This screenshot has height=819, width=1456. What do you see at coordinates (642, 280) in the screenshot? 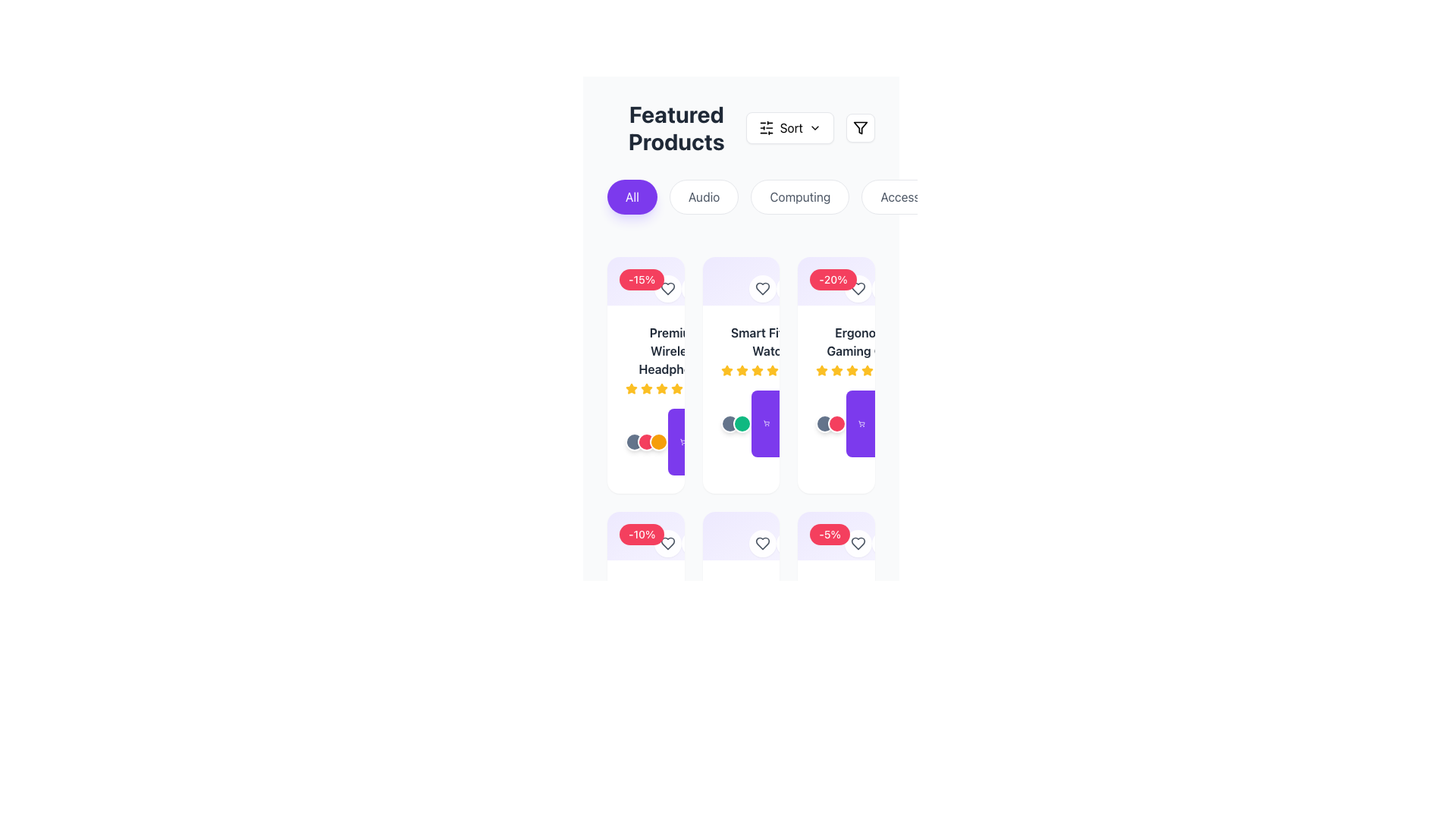
I see `the non-interactive badge displaying '-15%' with a rose-pink background located in the top-left corner of the first card in the top row` at bounding box center [642, 280].